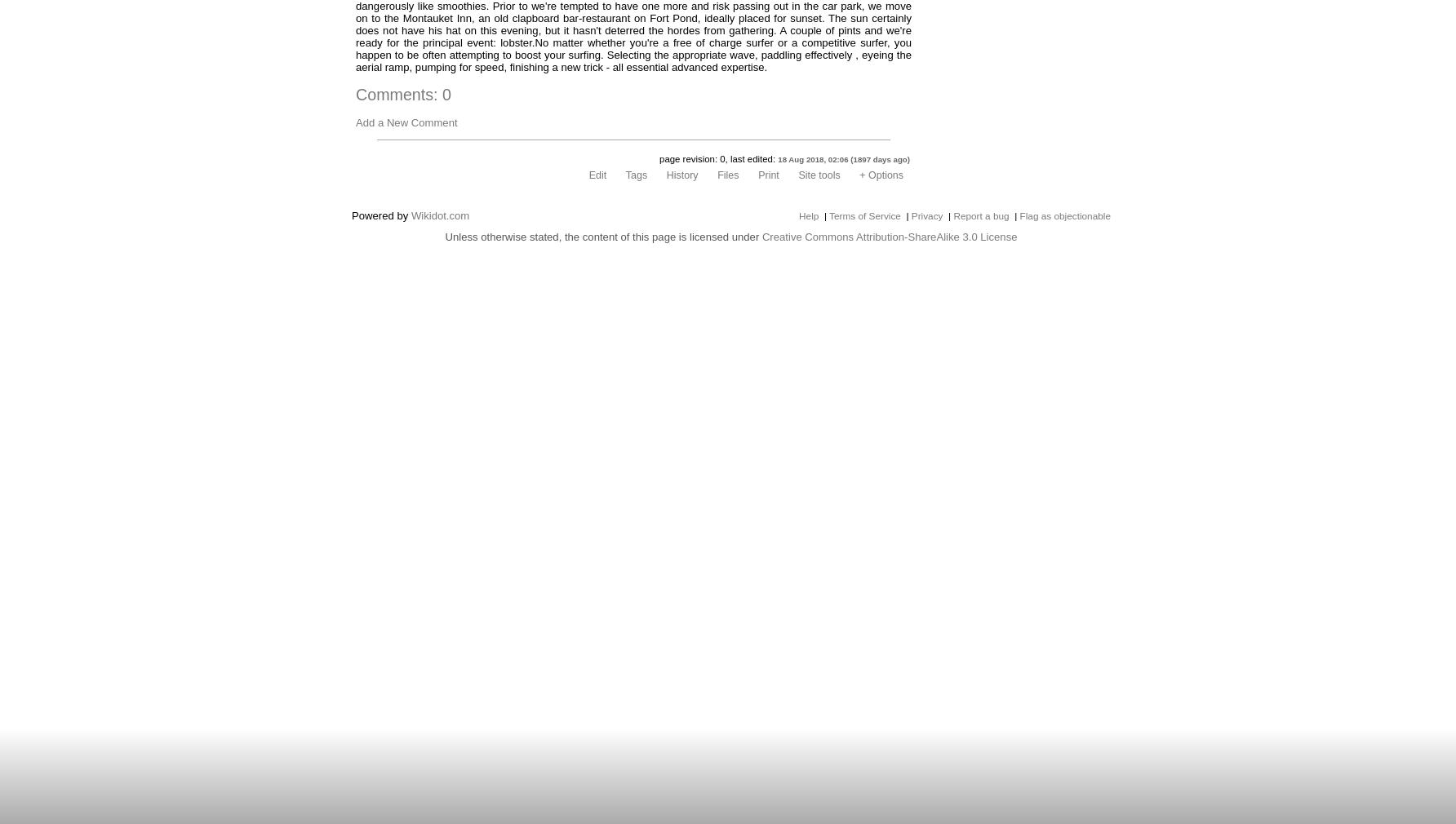  I want to click on '+ Options', so click(881, 174).